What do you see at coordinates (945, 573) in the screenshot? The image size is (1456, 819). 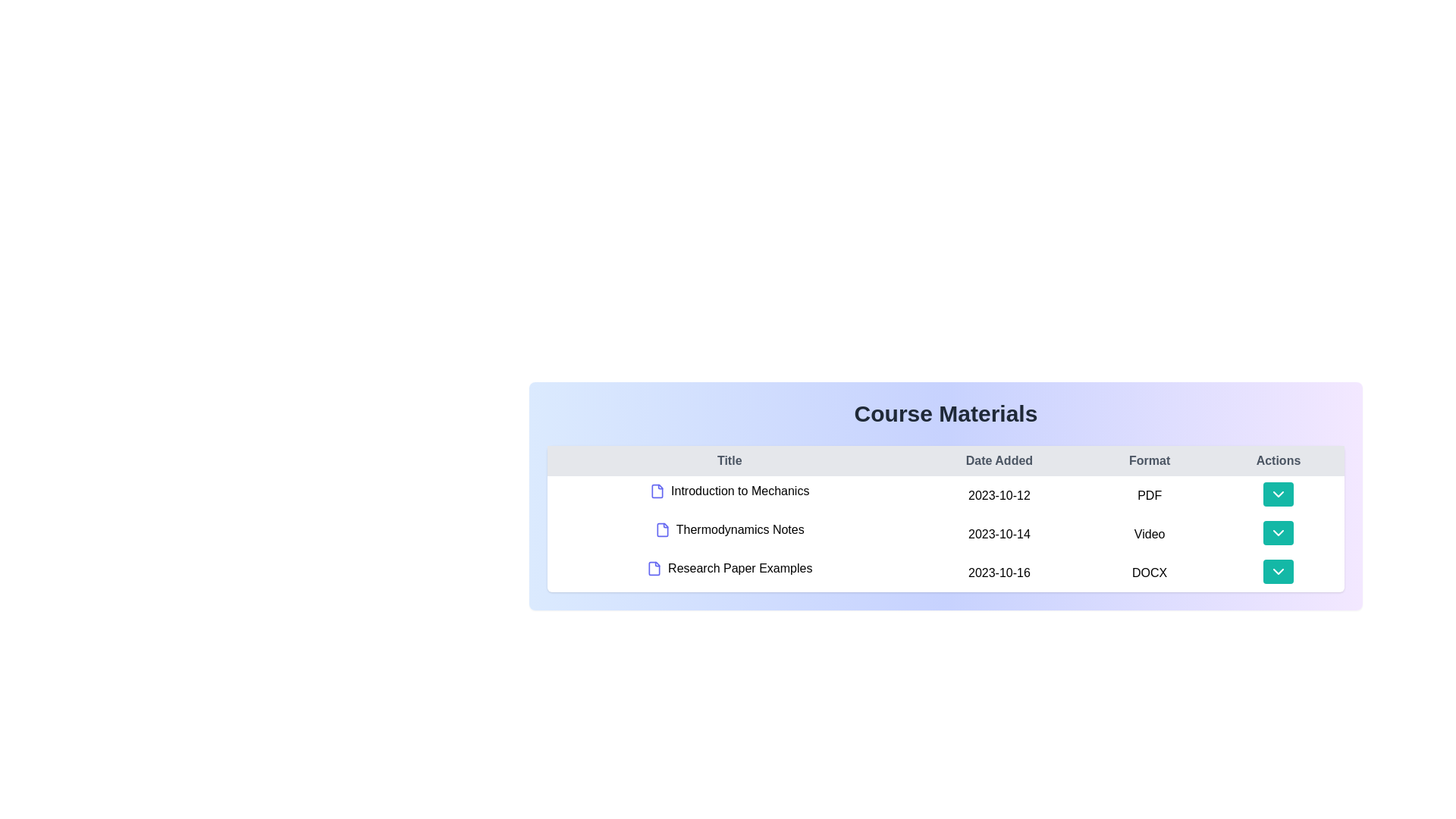 I see `the third row in the 'Course Materials' table that details a research paper example document uploaded on '2023-10-16' in 'DOCX' format` at bounding box center [945, 573].